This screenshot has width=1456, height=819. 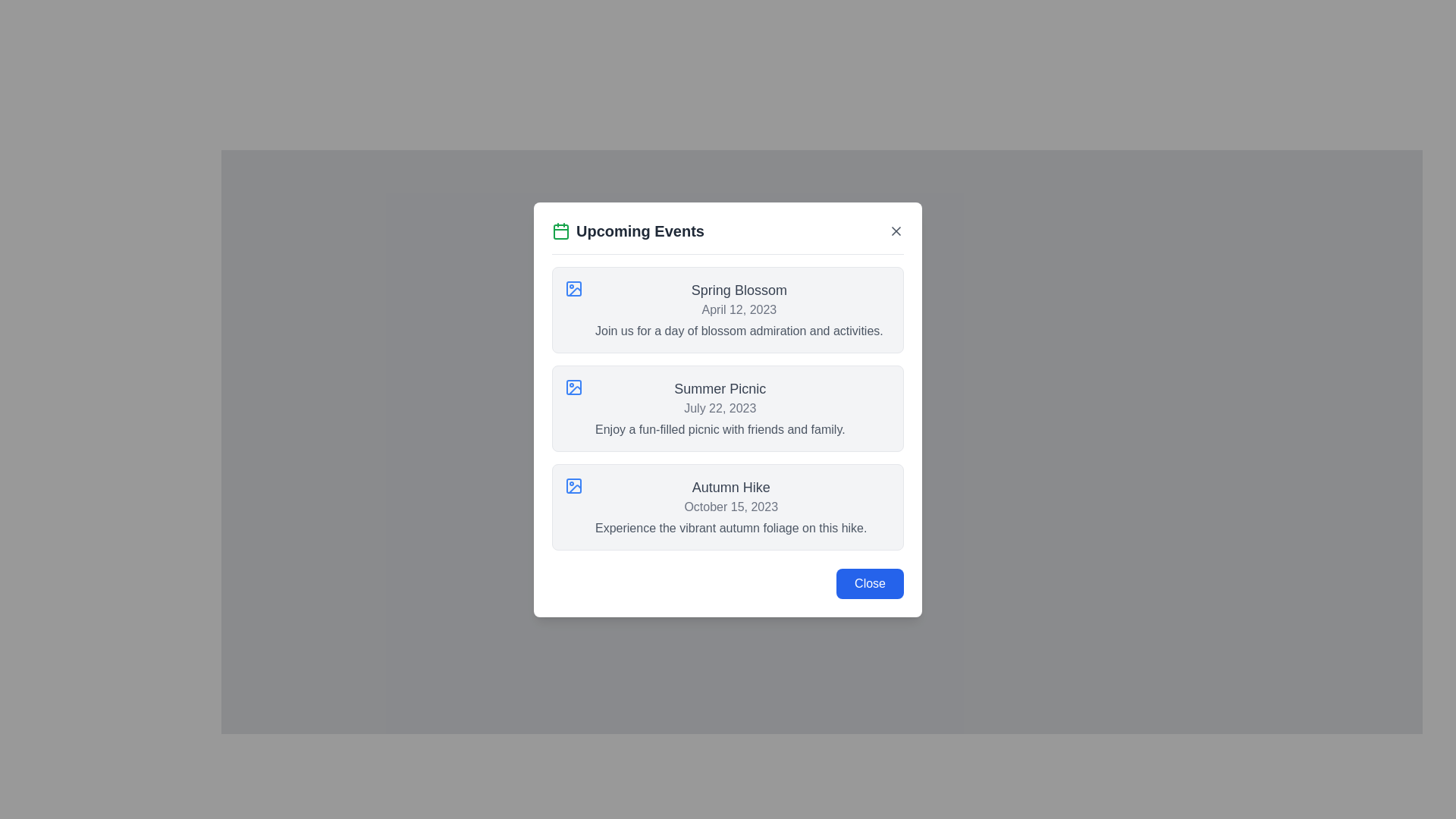 What do you see at coordinates (573, 288) in the screenshot?
I see `the small icon with a blue outline resembling a picture frame with a circle inside, located in the first card titled 'Spring Blossom', to the left of the text section` at bounding box center [573, 288].